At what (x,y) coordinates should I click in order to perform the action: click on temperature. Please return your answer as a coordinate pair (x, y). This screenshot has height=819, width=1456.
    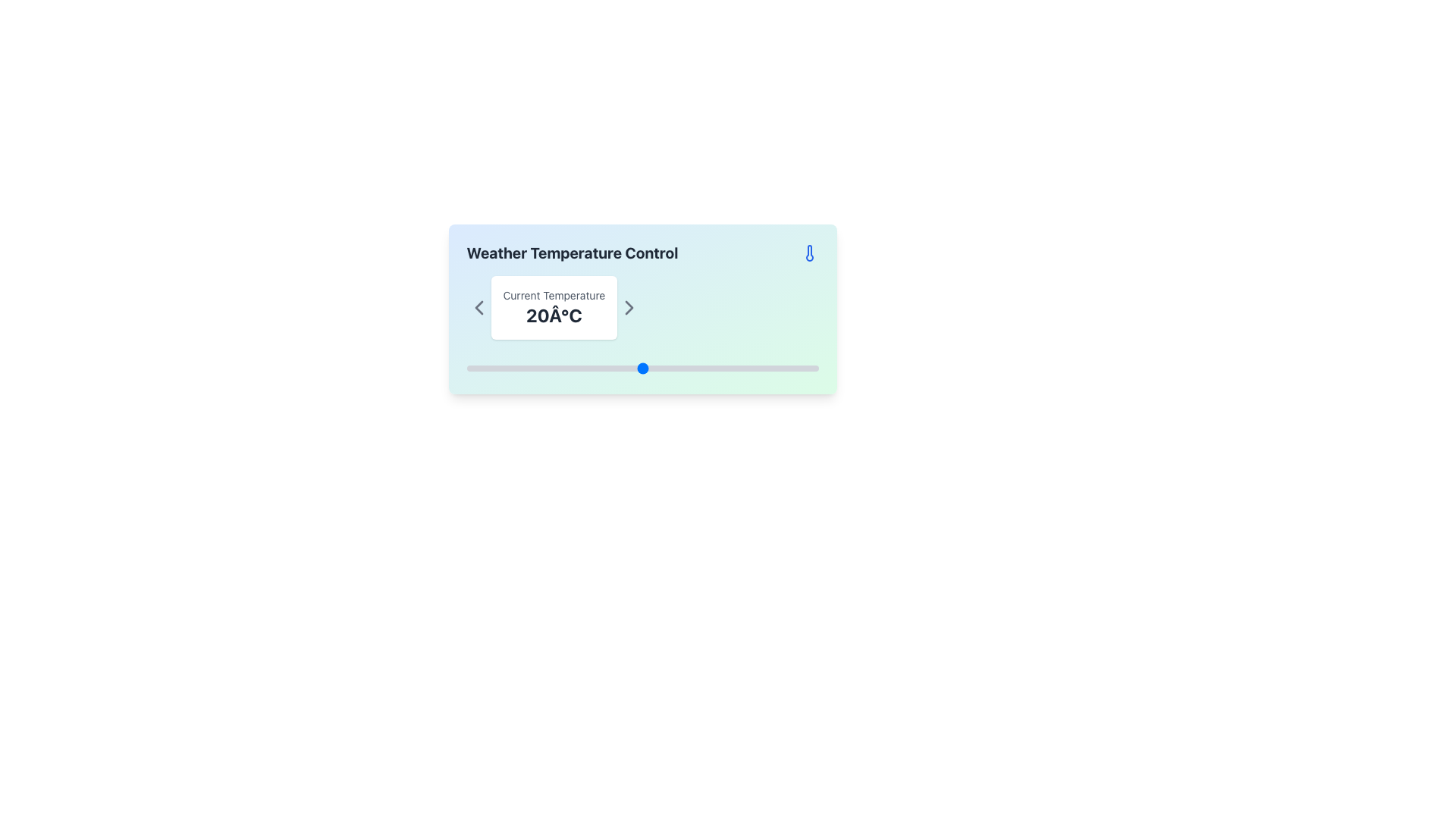
    Looking at the image, I should click on (783, 369).